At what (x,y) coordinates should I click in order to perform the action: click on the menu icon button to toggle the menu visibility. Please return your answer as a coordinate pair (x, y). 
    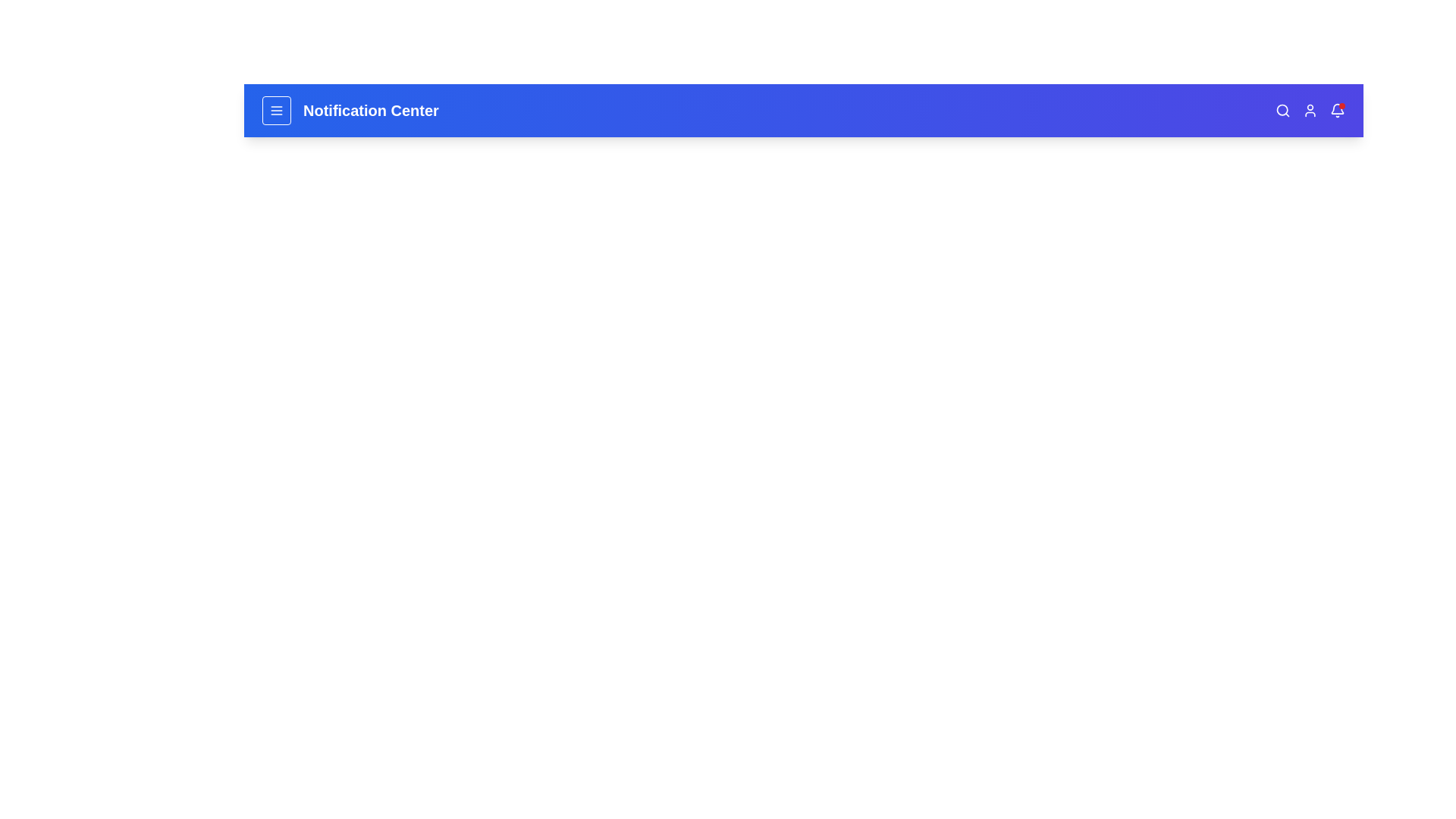
    Looking at the image, I should click on (276, 110).